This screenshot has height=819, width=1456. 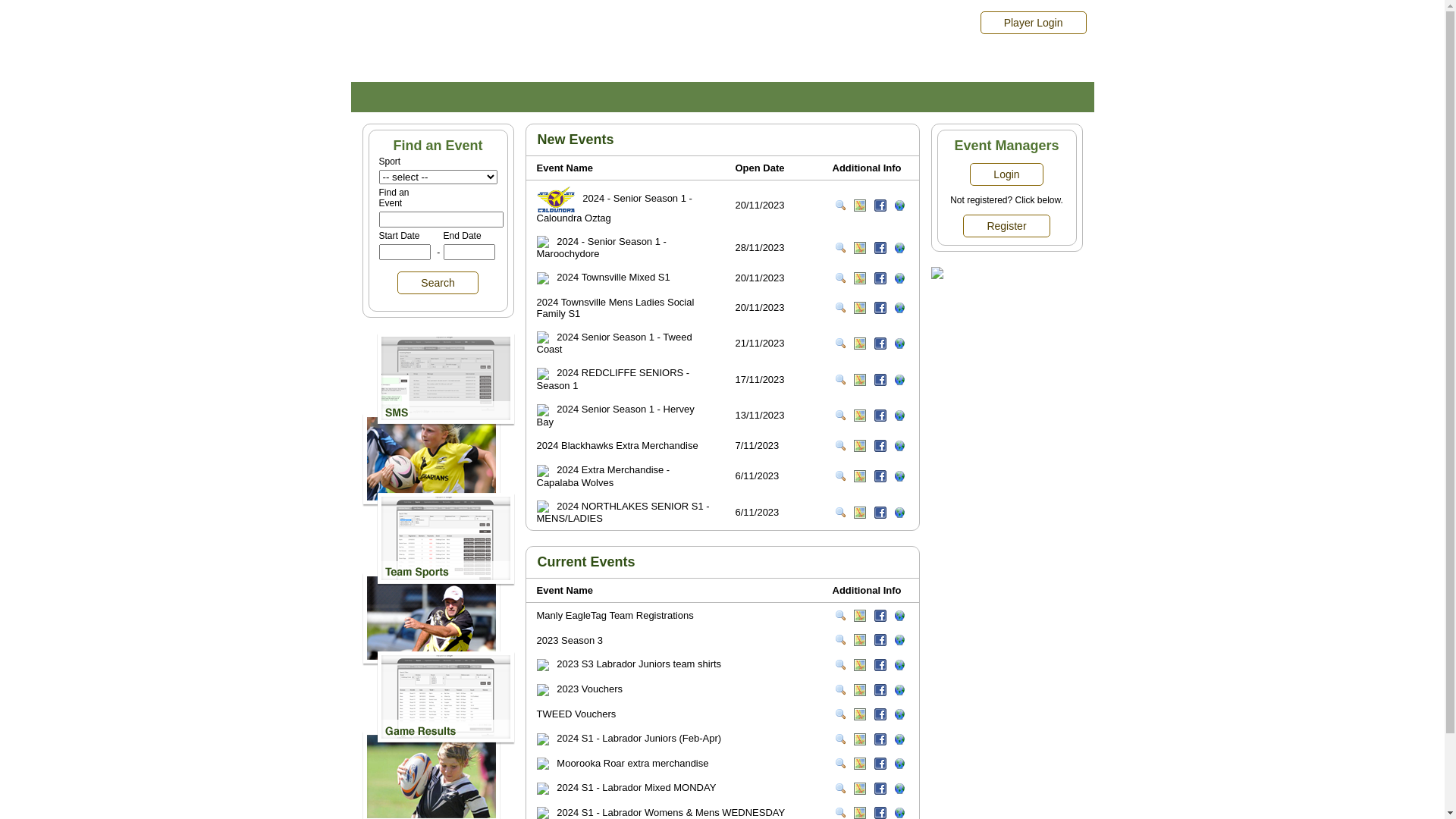 I want to click on 'View on Map', so click(x=859, y=205).